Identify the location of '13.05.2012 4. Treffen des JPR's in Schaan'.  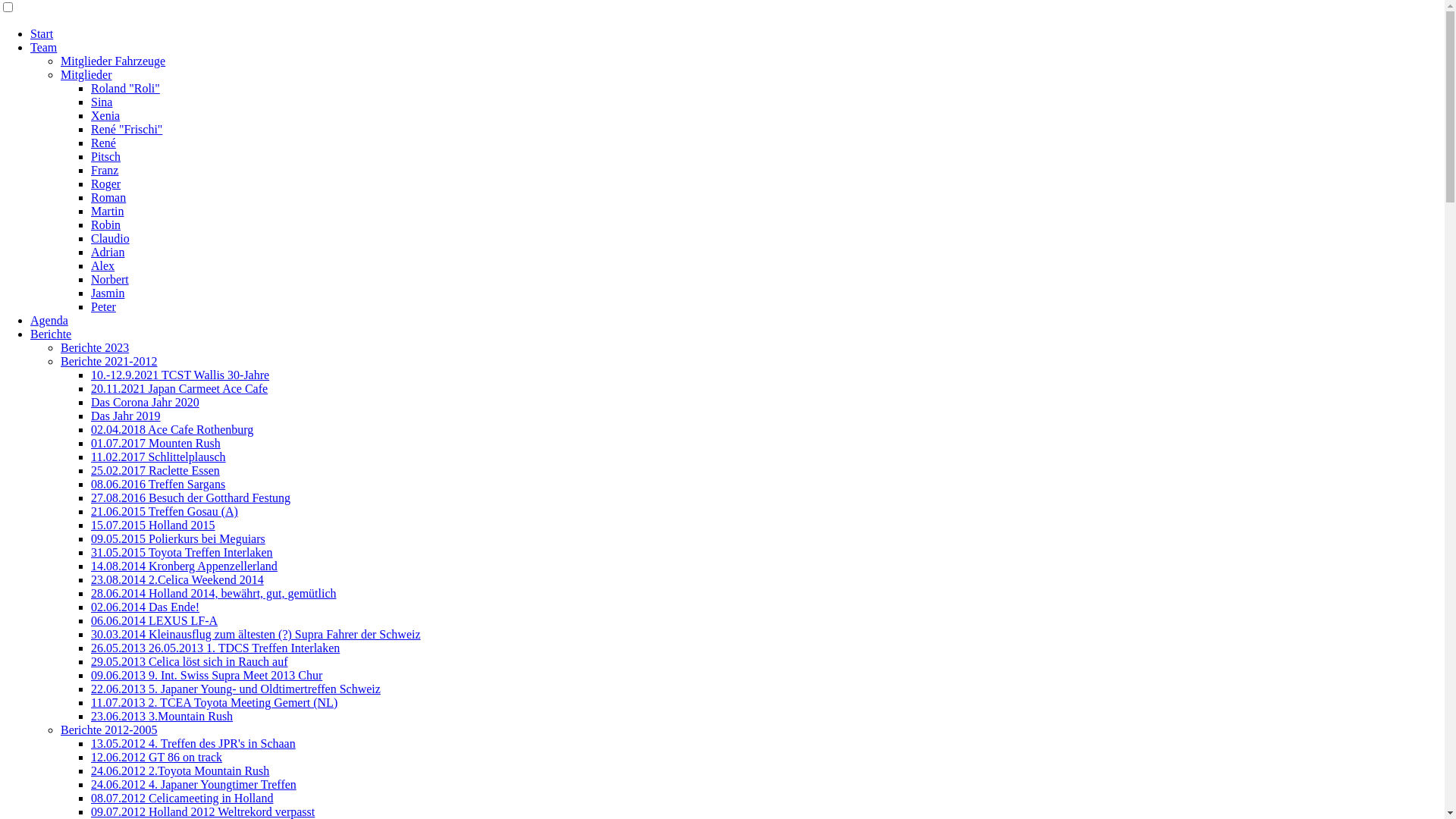
(192, 742).